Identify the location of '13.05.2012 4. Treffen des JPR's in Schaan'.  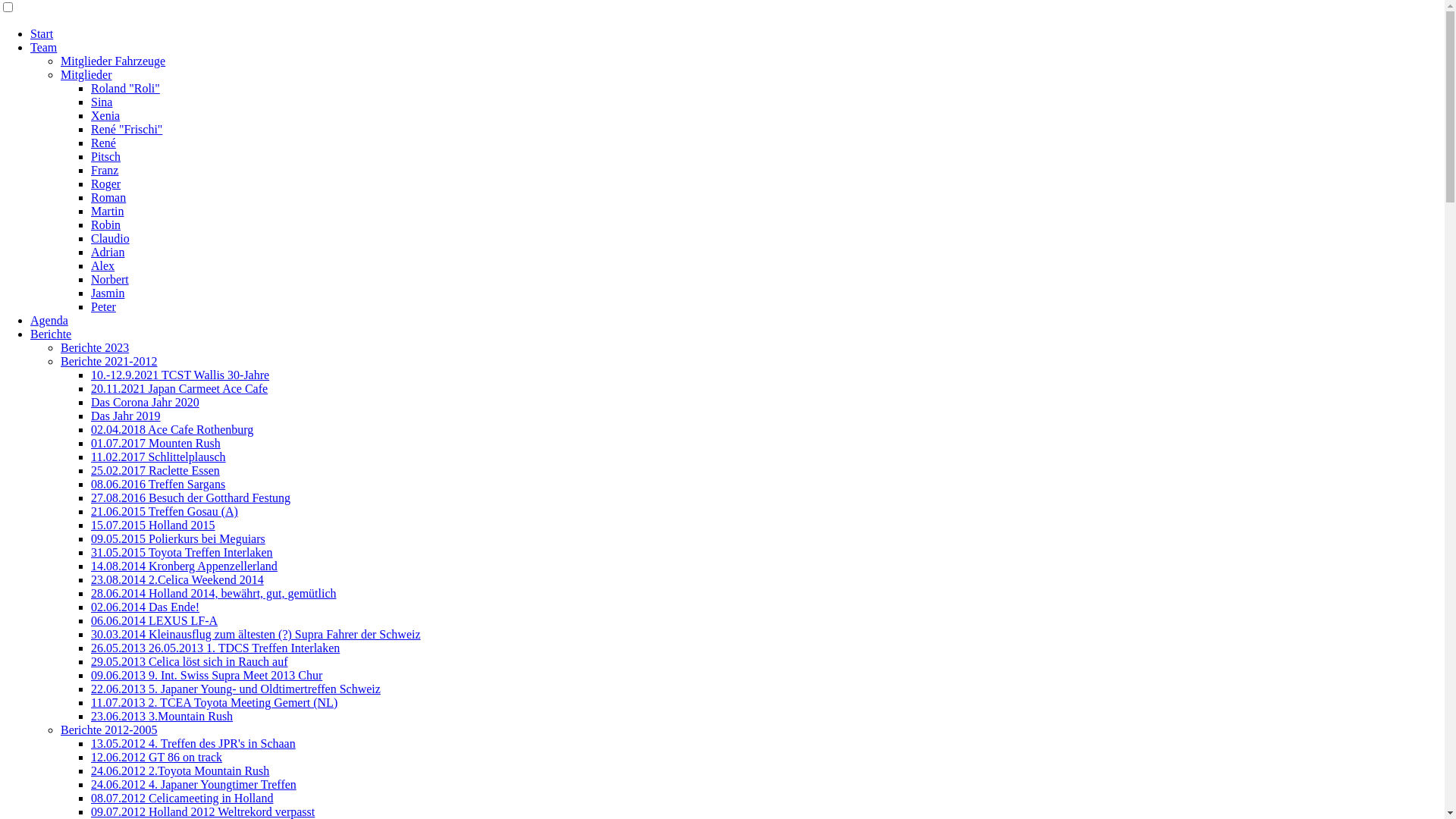
(192, 742).